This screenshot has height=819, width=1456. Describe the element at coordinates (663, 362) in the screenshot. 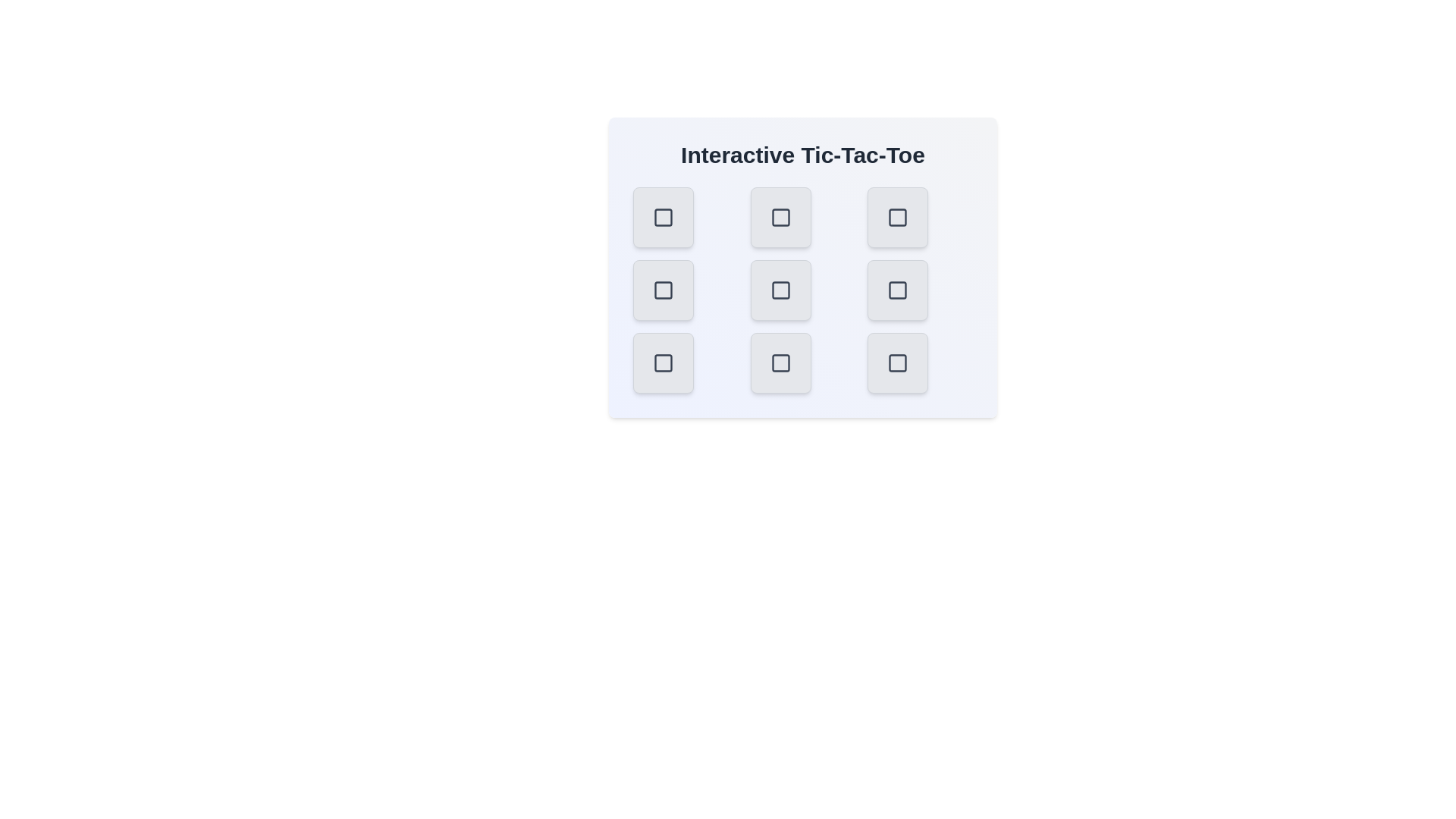

I see `the button at bottom-left` at that location.